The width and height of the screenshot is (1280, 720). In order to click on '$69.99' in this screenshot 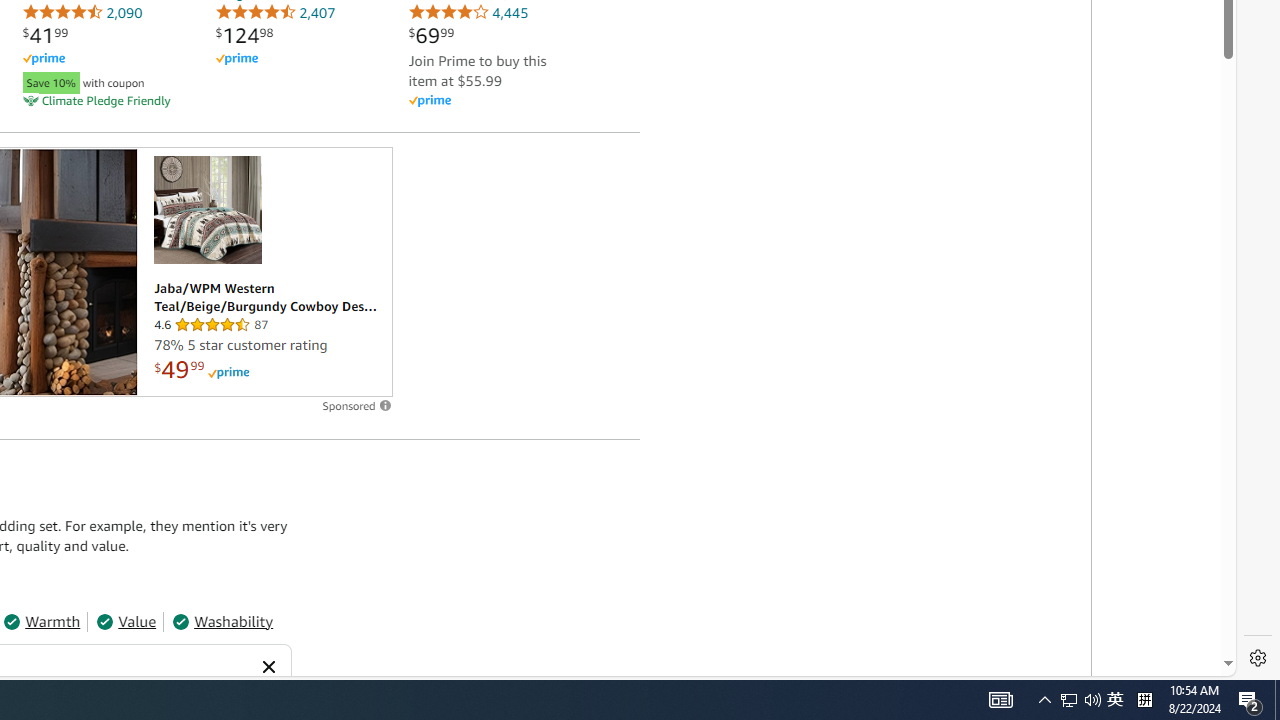, I will do `click(430, 35)`.